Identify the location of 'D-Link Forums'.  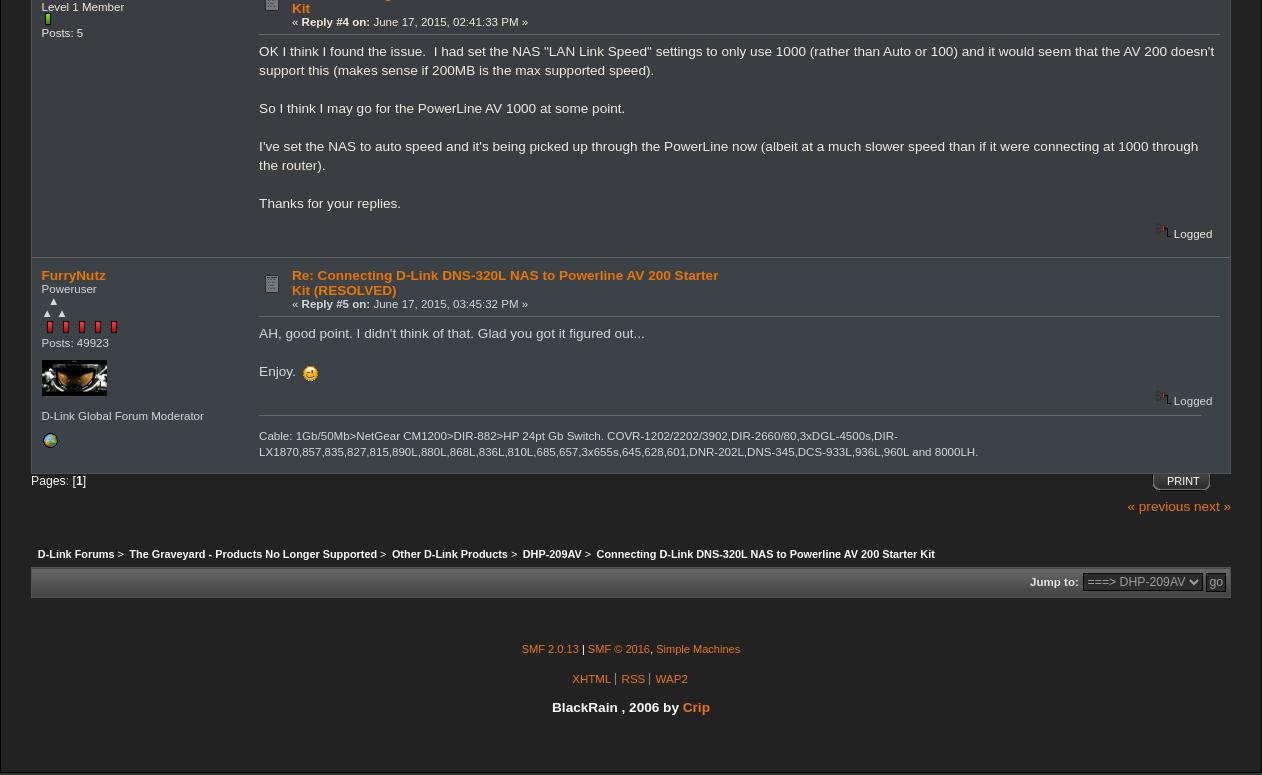
(74, 553).